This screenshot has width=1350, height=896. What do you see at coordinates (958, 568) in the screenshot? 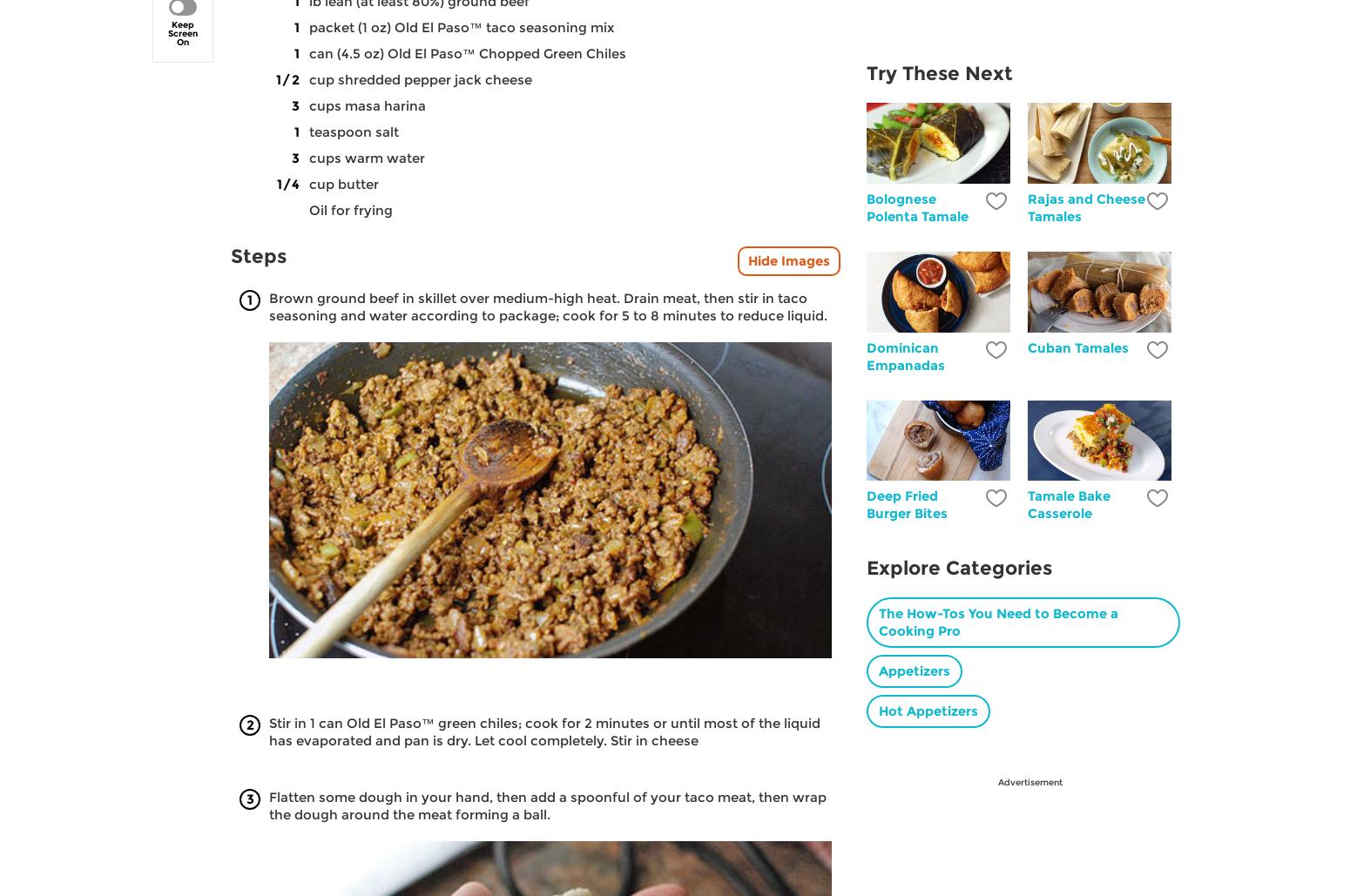
I see `'Explore Categories'` at bounding box center [958, 568].